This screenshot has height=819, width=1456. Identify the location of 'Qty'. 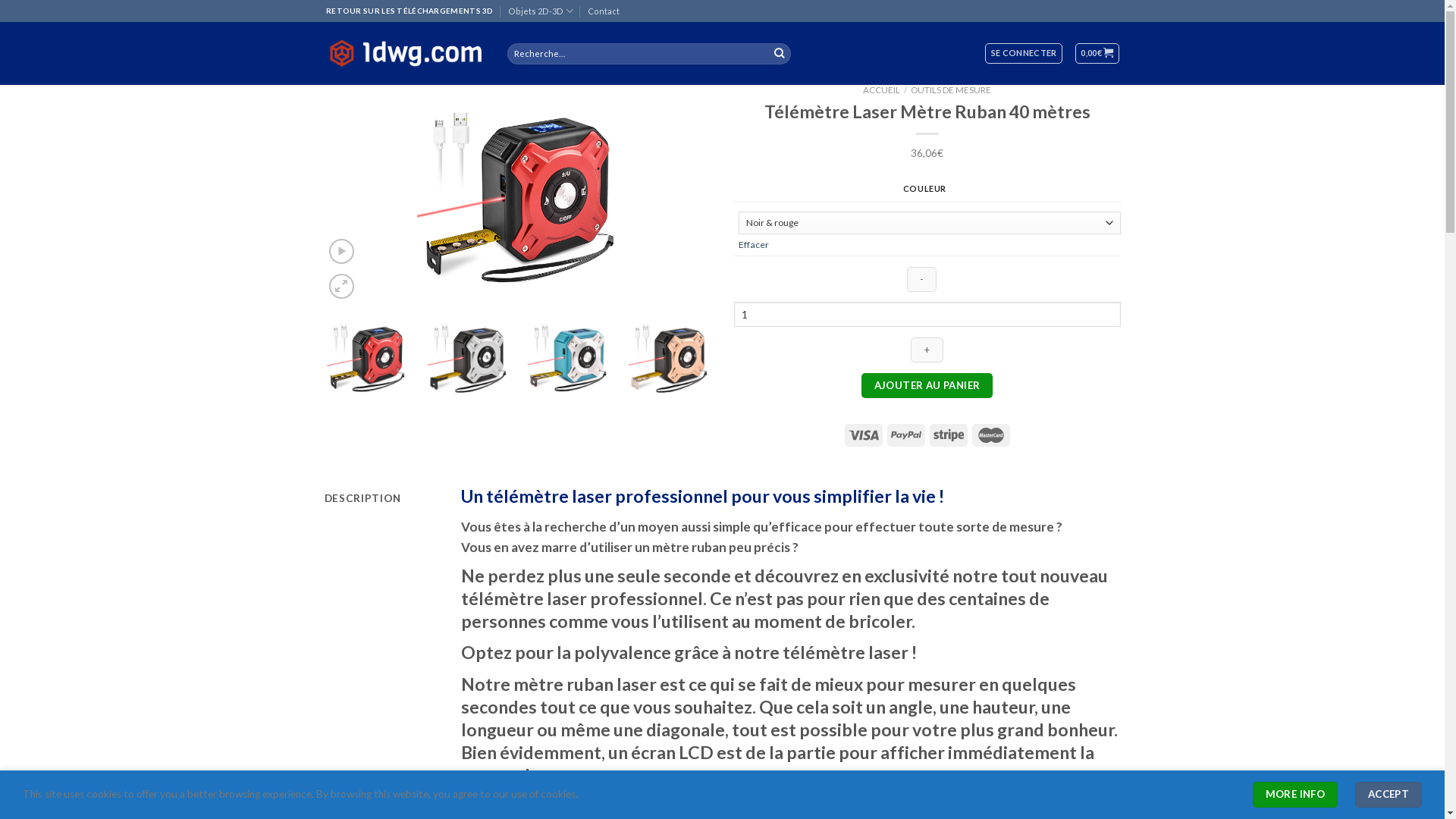
(927, 313).